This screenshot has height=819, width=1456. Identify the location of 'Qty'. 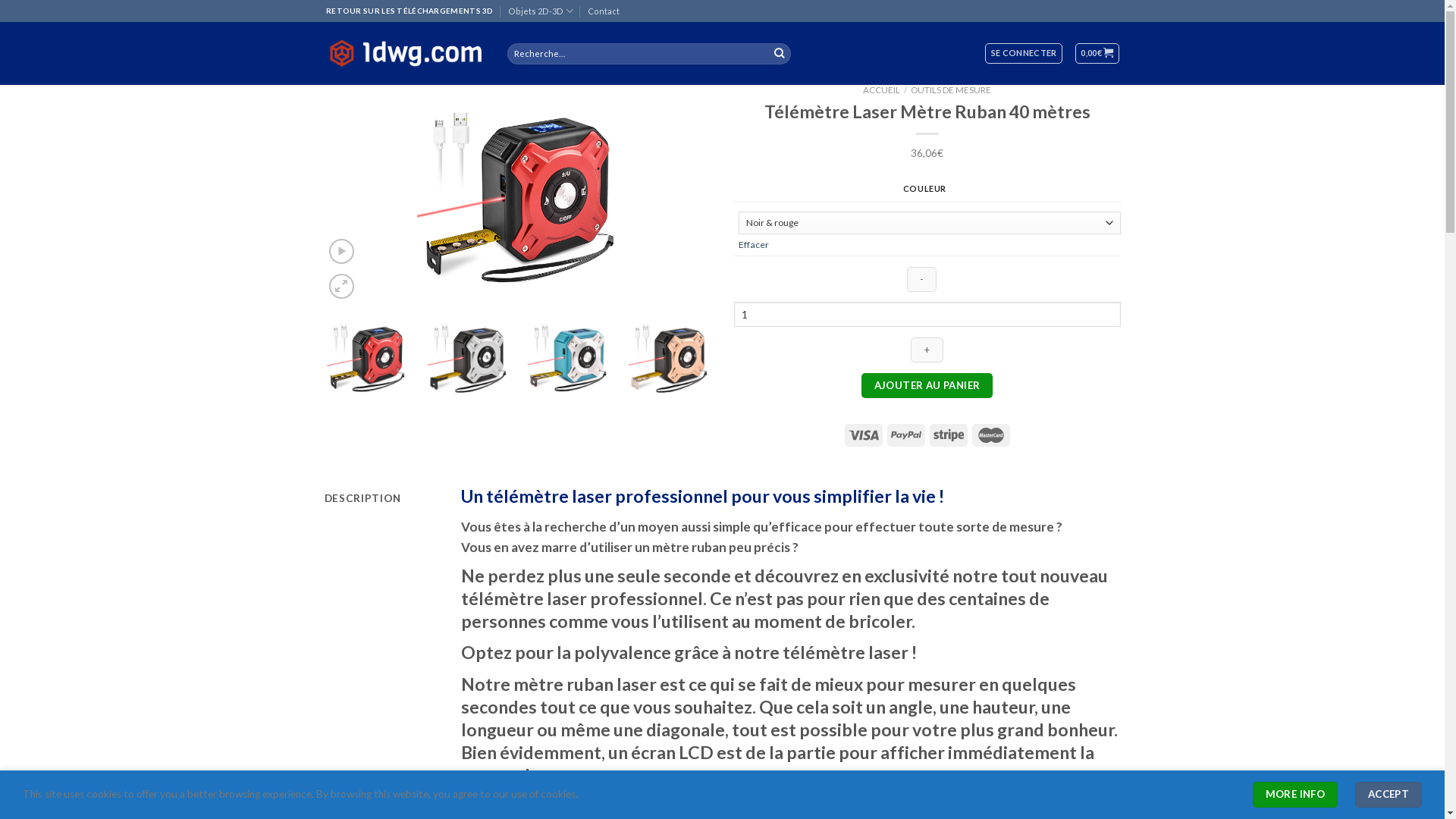
(927, 313).